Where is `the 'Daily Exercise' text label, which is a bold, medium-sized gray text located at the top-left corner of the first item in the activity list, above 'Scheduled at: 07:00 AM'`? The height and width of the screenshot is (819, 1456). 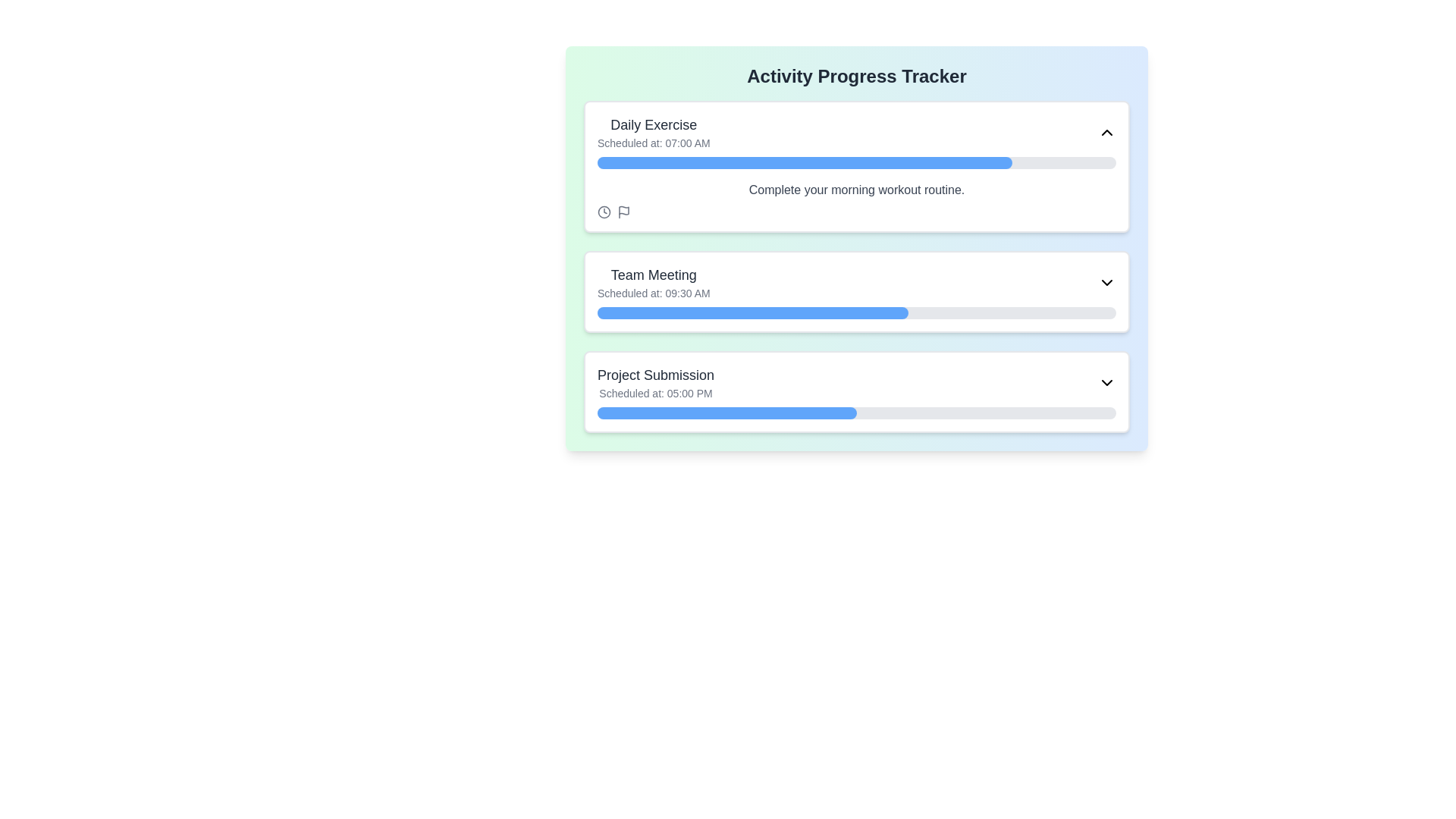 the 'Daily Exercise' text label, which is a bold, medium-sized gray text located at the top-left corner of the first item in the activity list, above 'Scheduled at: 07:00 AM' is located at coordinates (654, 124).